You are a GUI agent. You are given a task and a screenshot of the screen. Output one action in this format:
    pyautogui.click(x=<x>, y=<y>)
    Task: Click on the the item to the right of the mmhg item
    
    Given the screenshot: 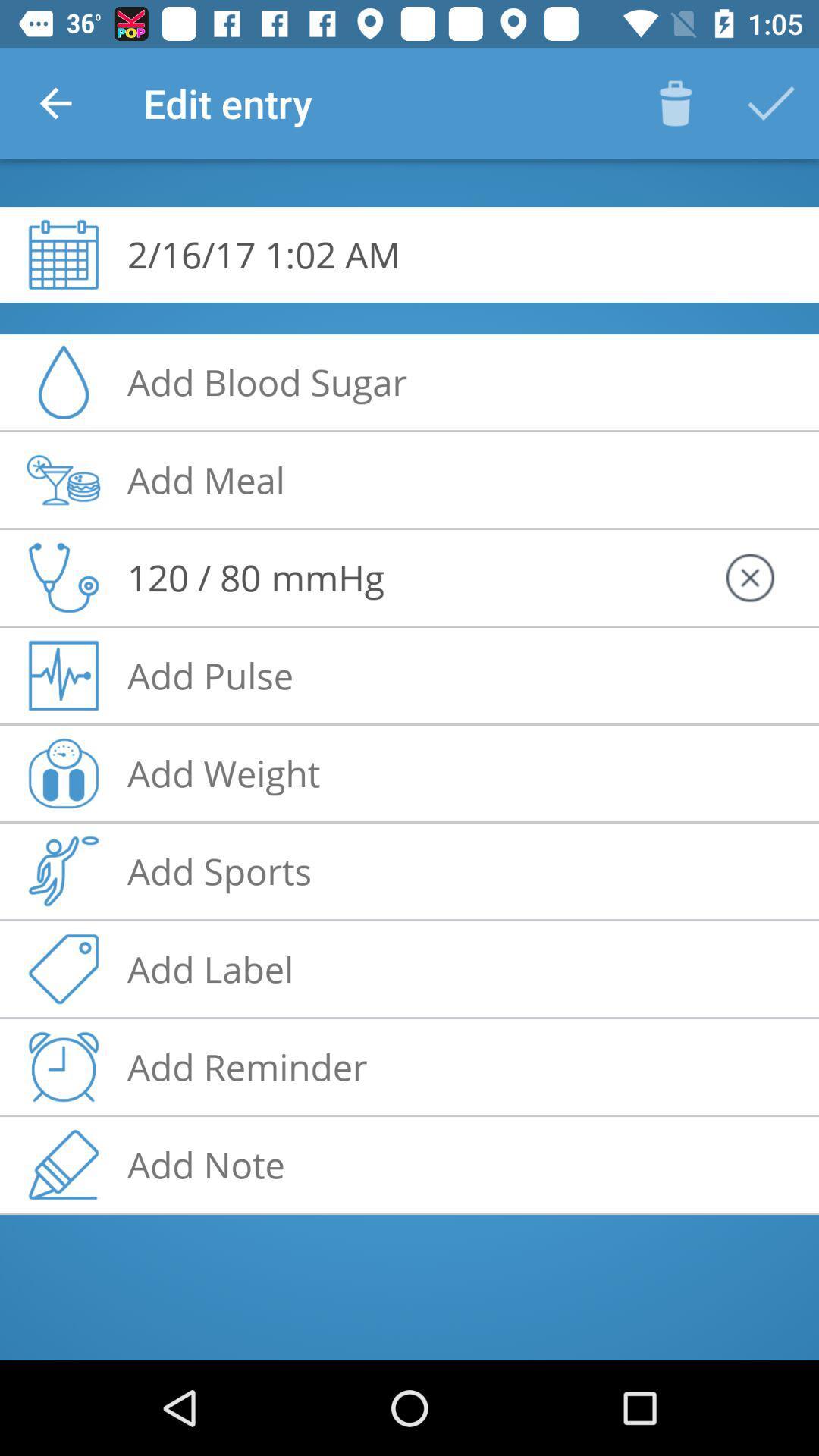 What is the action you would take?
    pyautogui.click(x=748, y=577)
    